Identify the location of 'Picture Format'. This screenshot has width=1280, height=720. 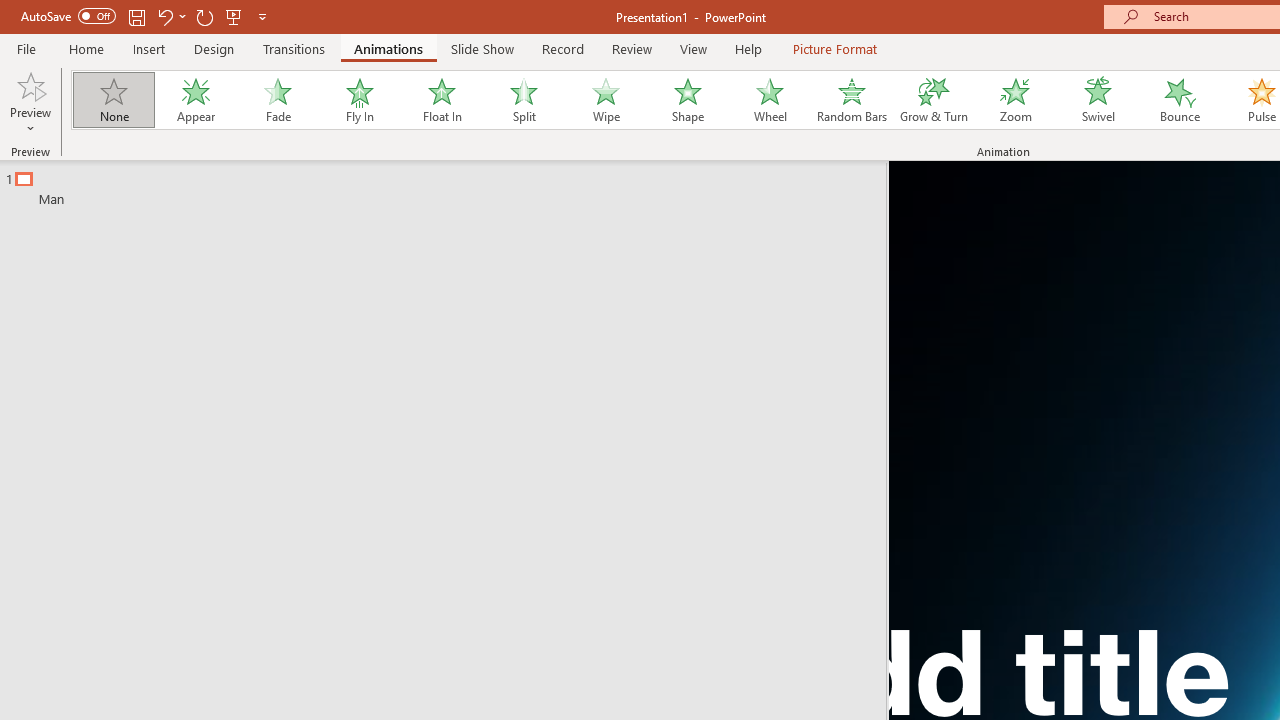
(835, 48).